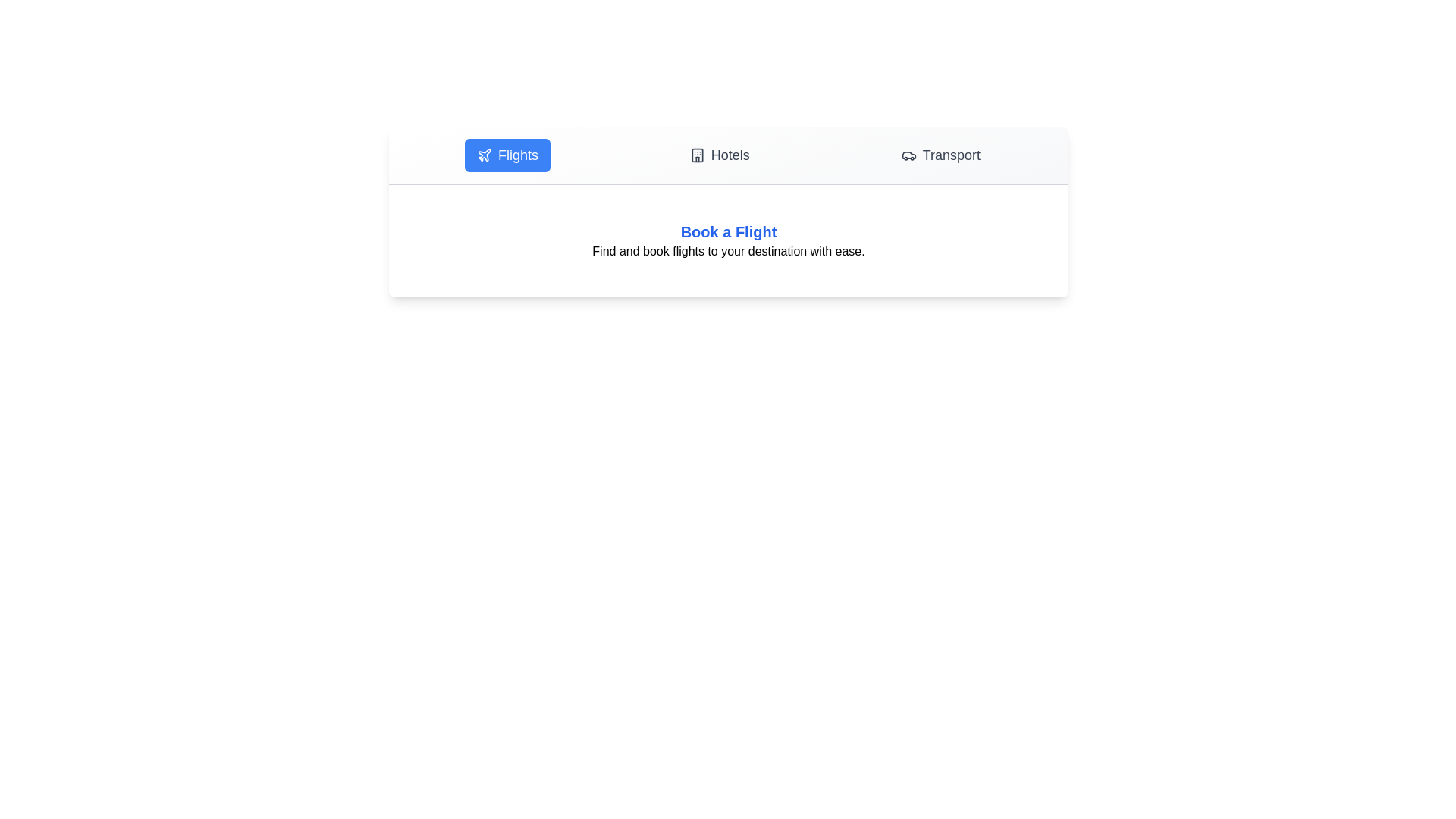  I want to click on the Transport tab by clicking on its button, so click(940, 155).